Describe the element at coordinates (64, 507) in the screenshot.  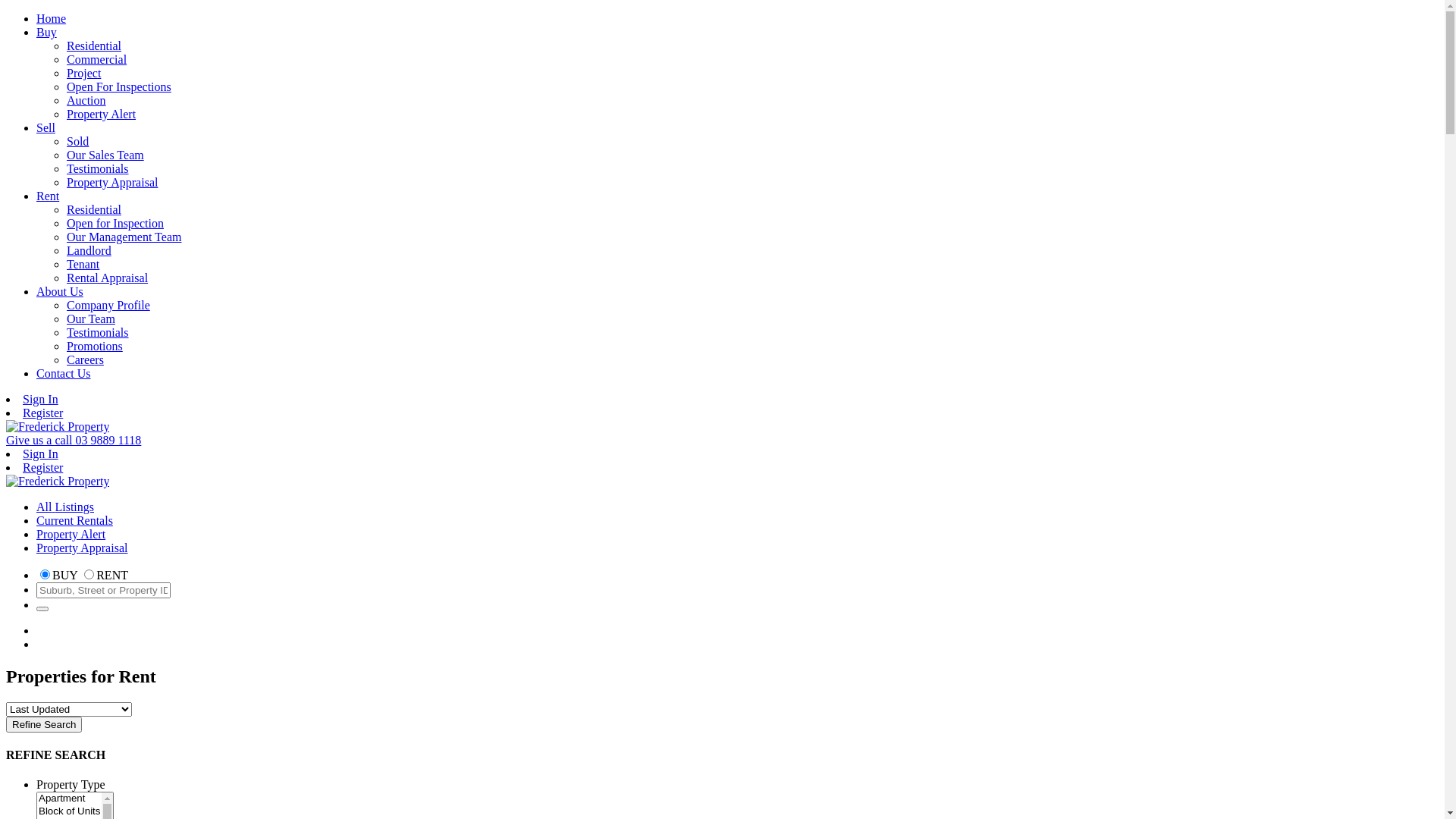
I see `'All Listings'` at that location.